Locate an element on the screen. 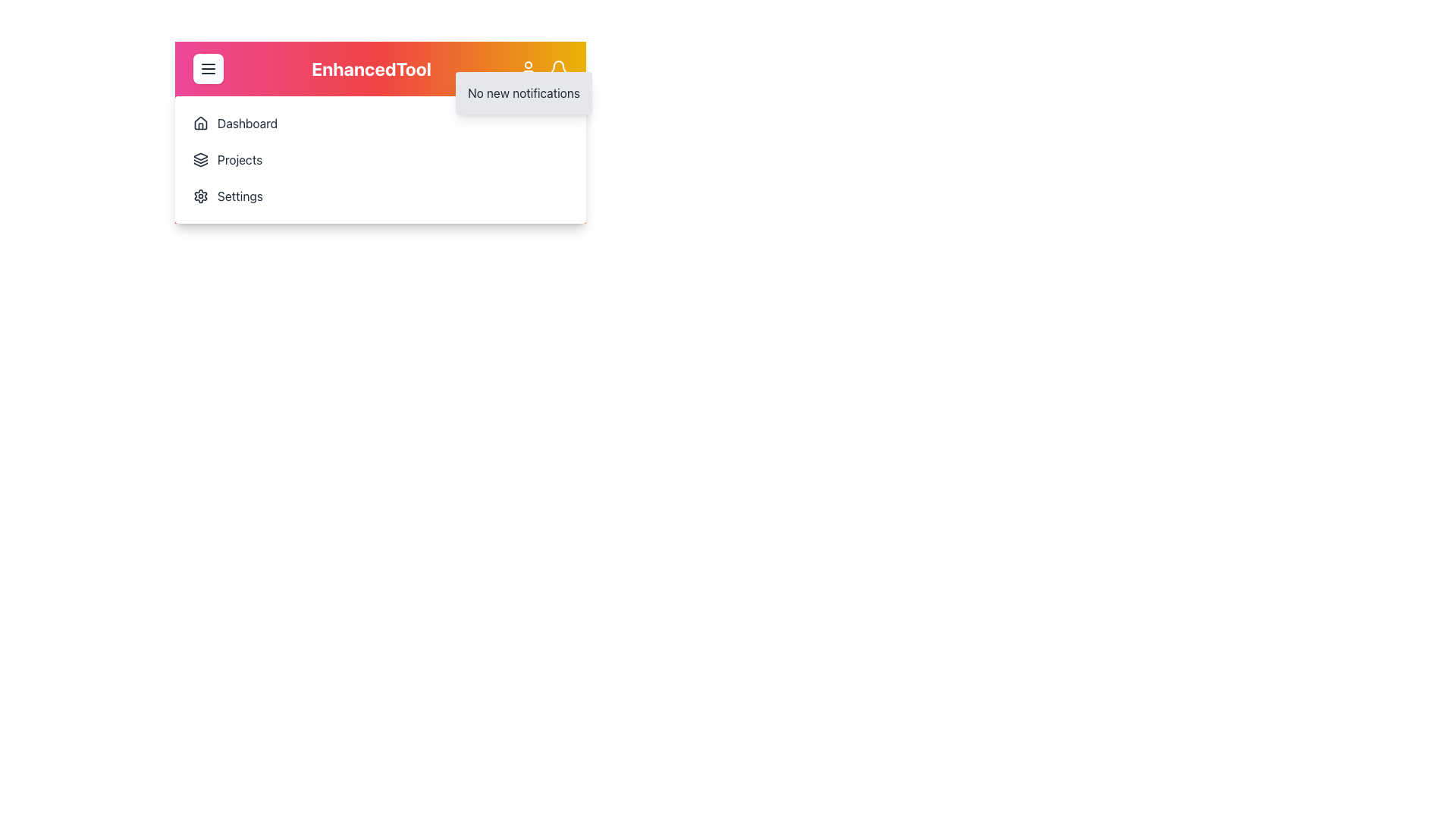 Image resolution: width=1456 pixels, height=819 pixels. the settings SVG icon located at the bottom left of the menu dropdown, which is the third item from the top and directly below the 'Projects' icon is located at coordinates (199, 195).